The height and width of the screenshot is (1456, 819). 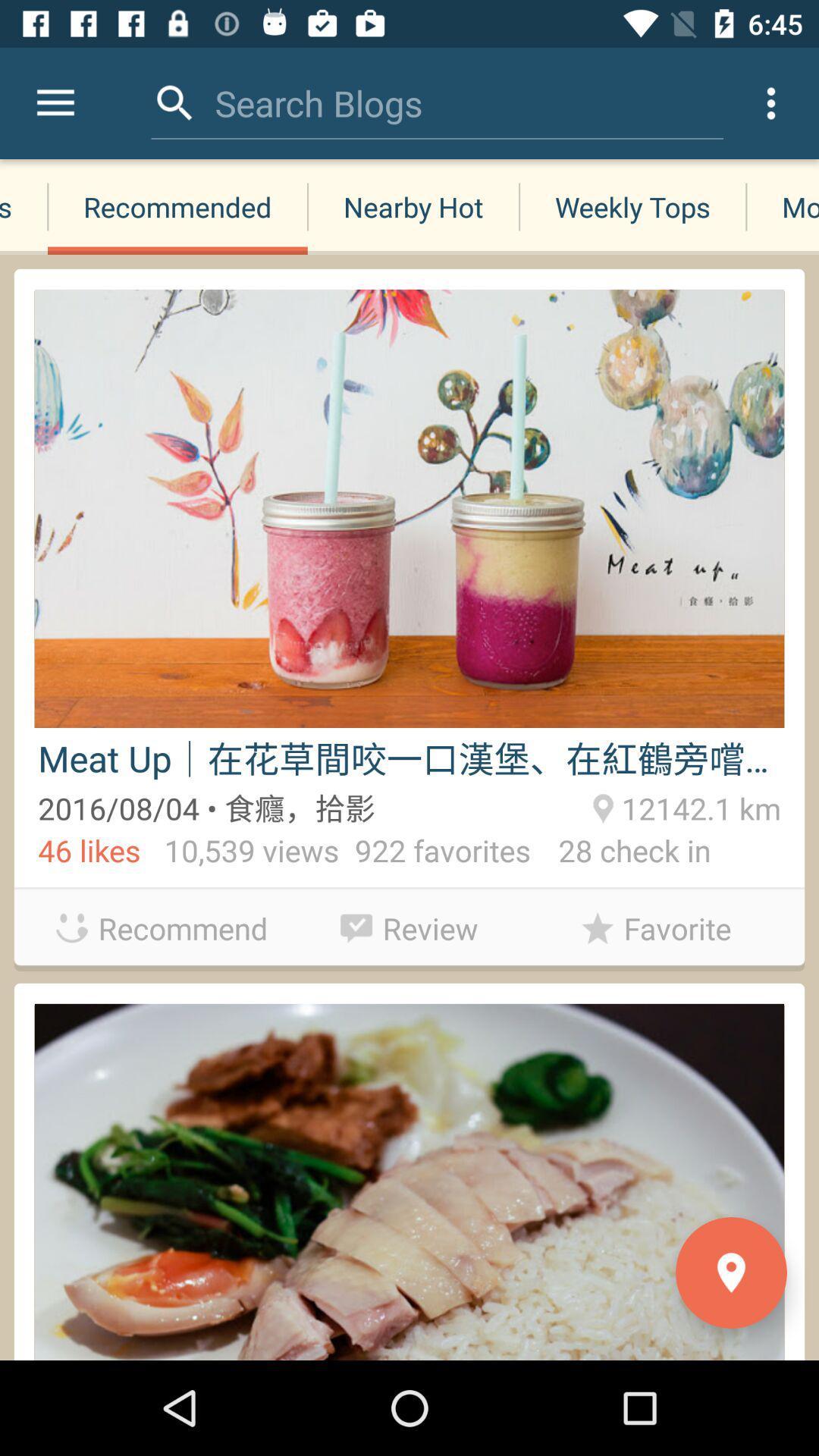 What do you see at coordinates (413, 206) in the screenshot?
I see `the item to the right of the recommended` at bounding box center [413, 206].